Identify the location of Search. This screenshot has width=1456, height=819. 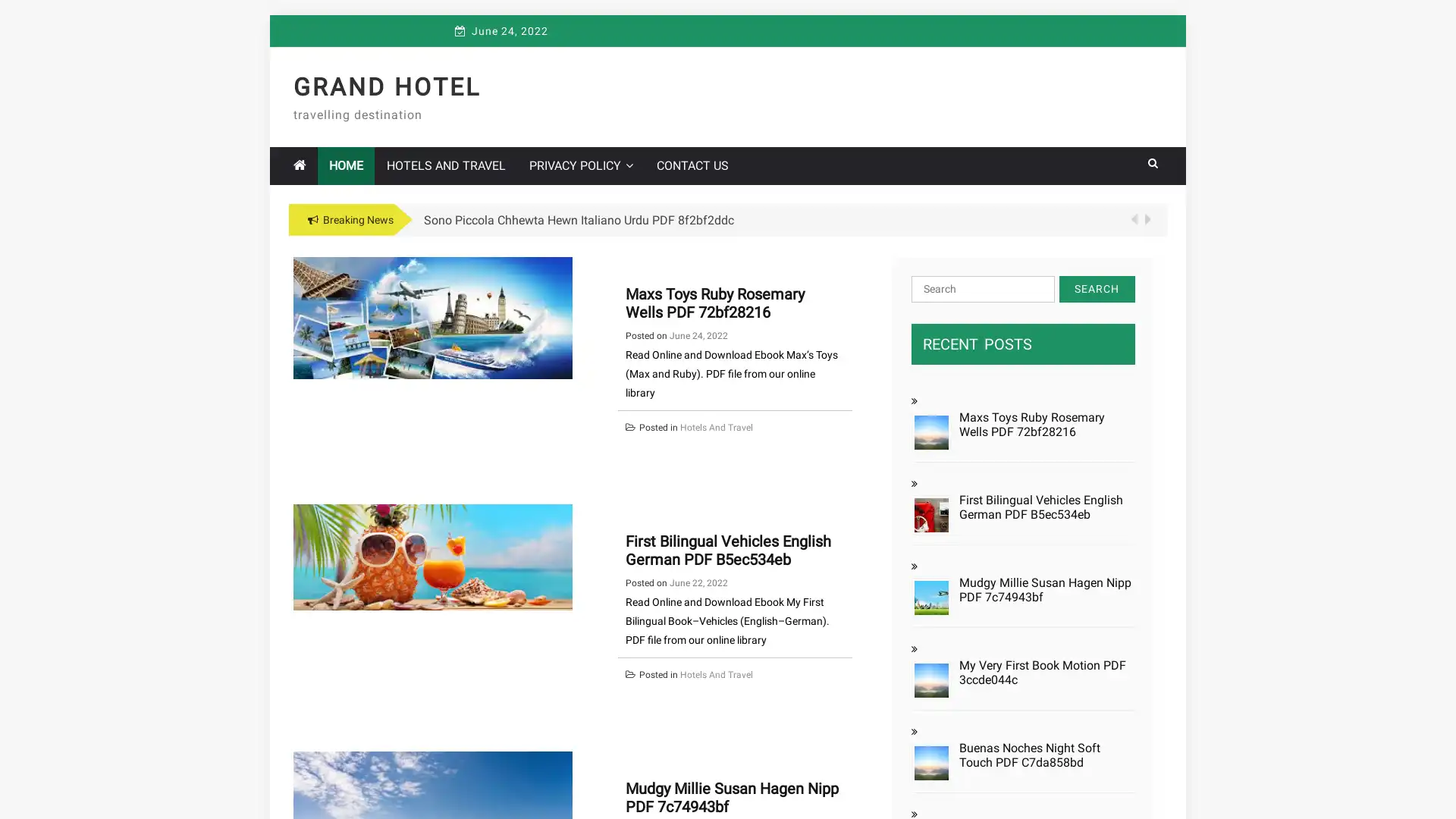
(1096, 288).